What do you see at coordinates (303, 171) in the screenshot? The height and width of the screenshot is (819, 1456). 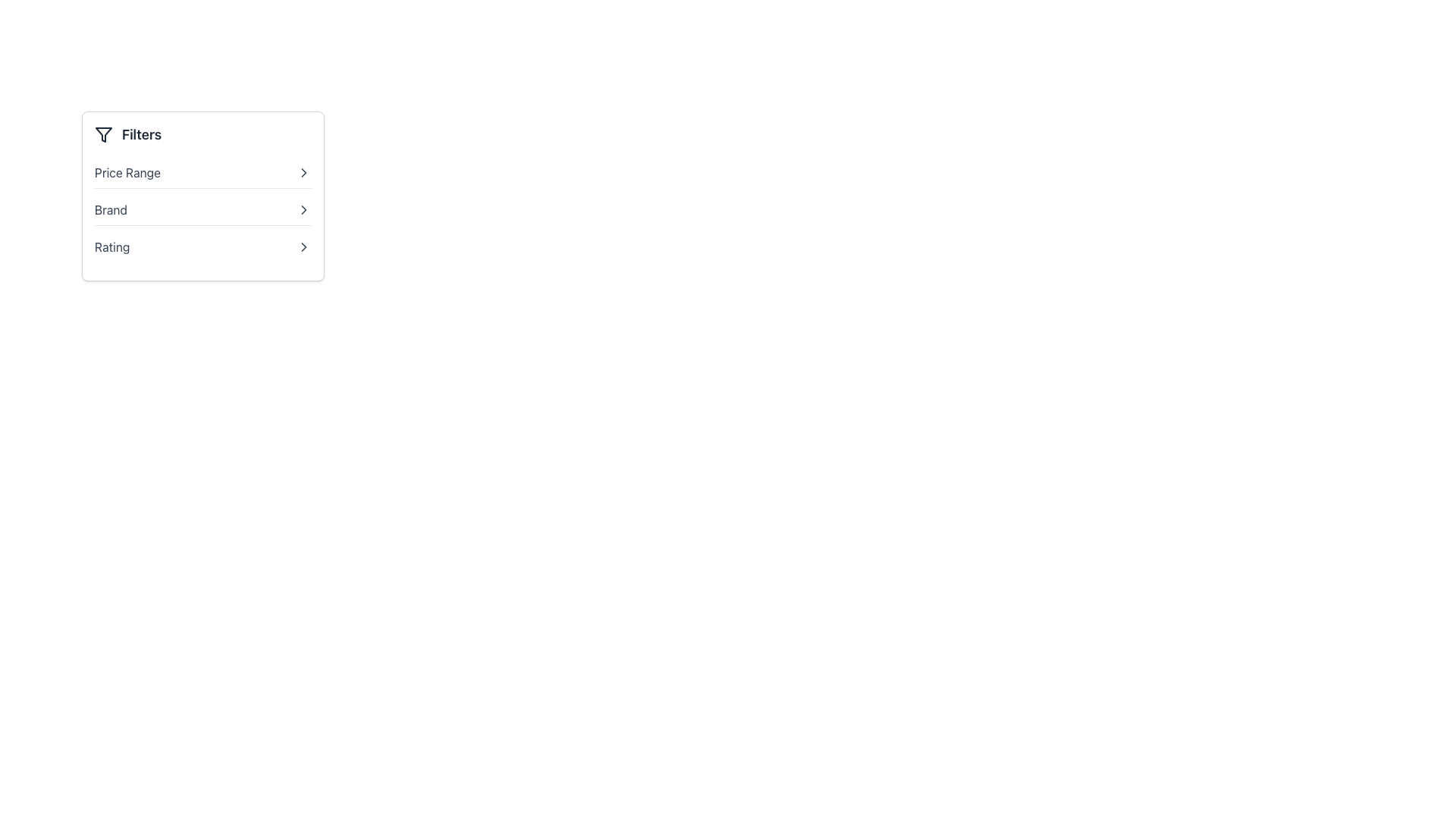 I see `the right-pointing chevron SVG icon located in the 'Price Range' row of the Filters modal` at bounding box center [303, 171].